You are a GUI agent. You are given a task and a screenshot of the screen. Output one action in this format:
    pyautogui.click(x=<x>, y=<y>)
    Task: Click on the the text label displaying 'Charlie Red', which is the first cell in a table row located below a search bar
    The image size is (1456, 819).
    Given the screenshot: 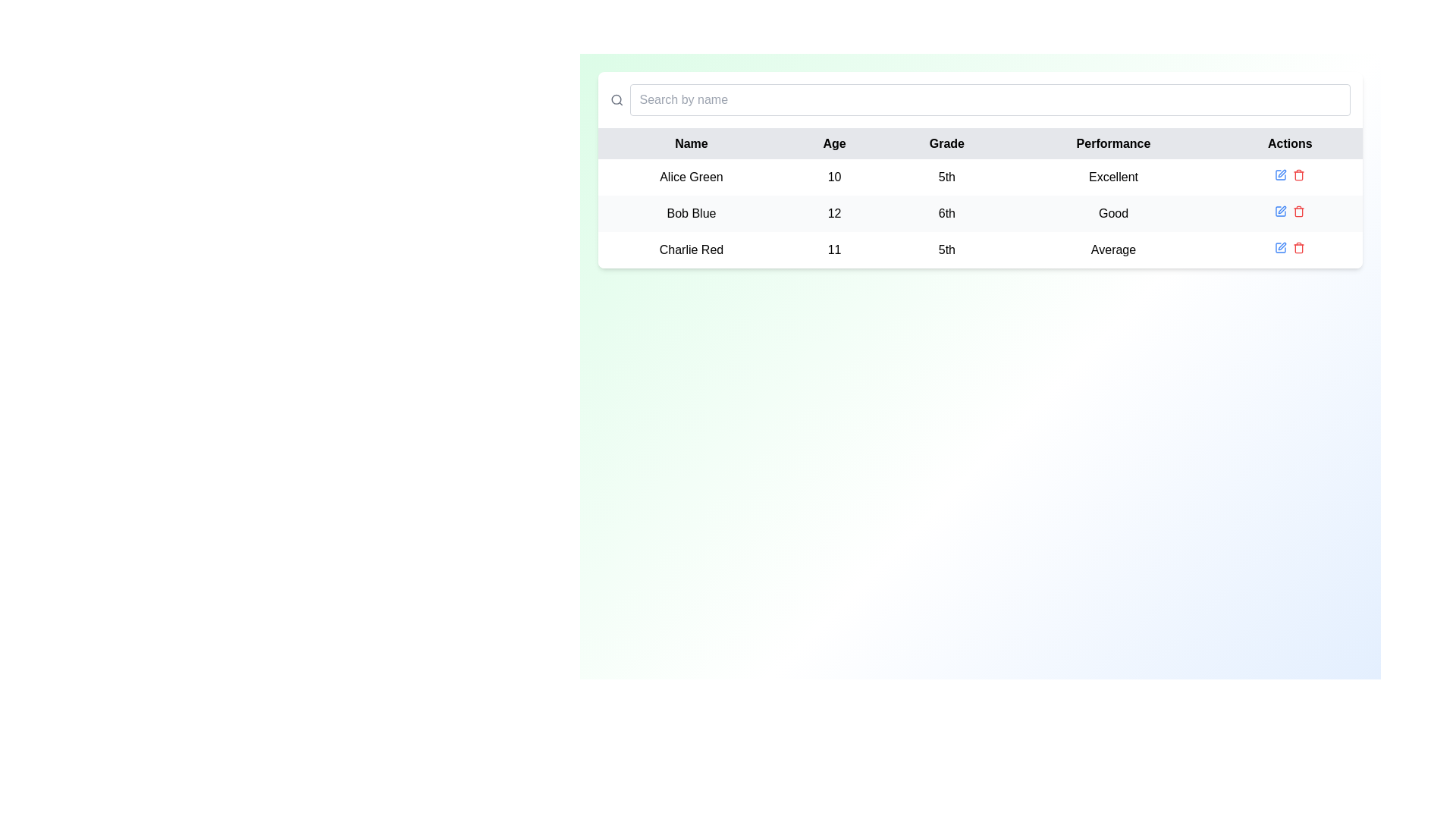 What is the action you would take?
    pyautogui.click(x=691, y=249)
    